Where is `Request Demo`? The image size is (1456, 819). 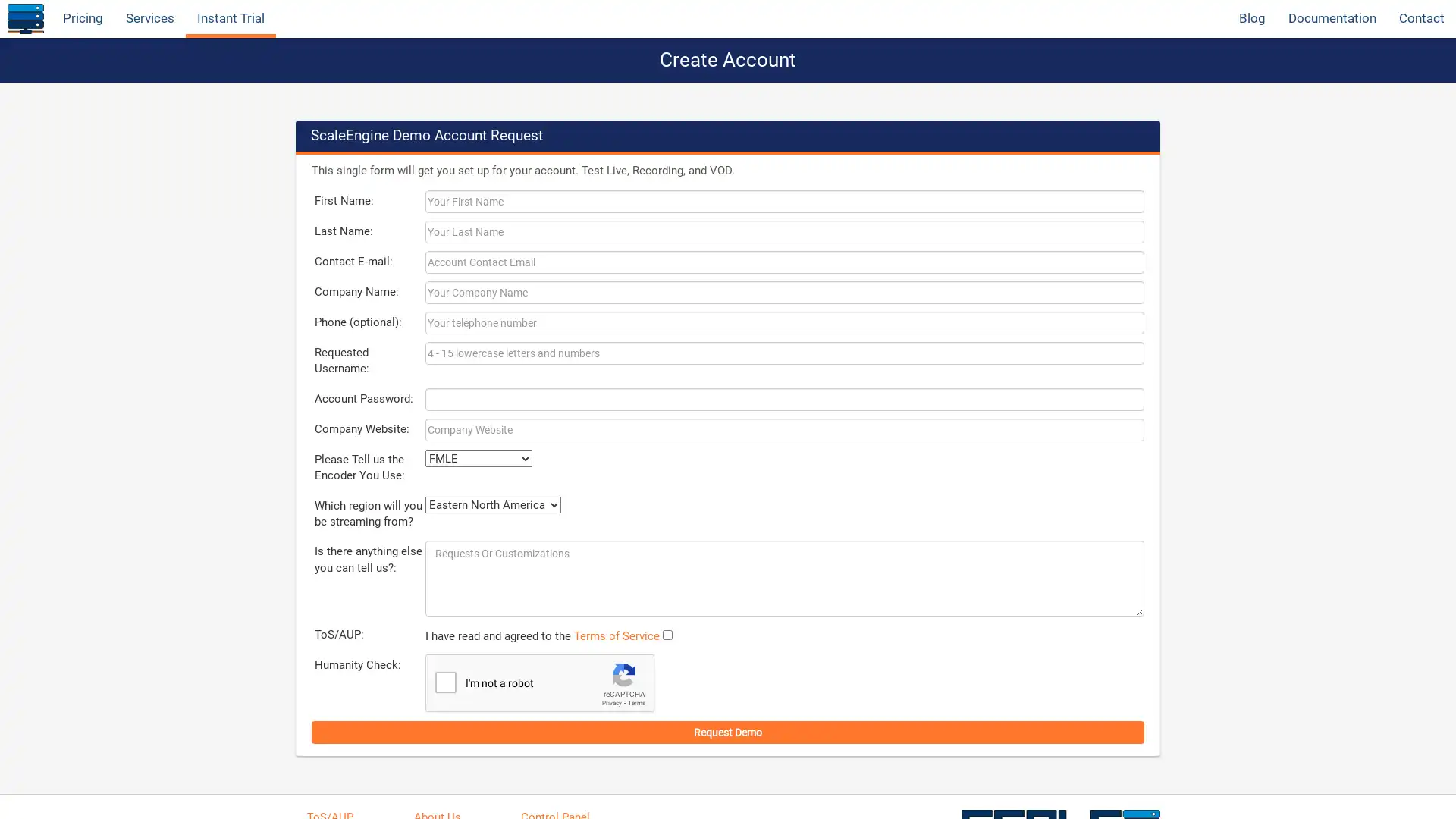
Request Demo is located at coordinates (728, 730).